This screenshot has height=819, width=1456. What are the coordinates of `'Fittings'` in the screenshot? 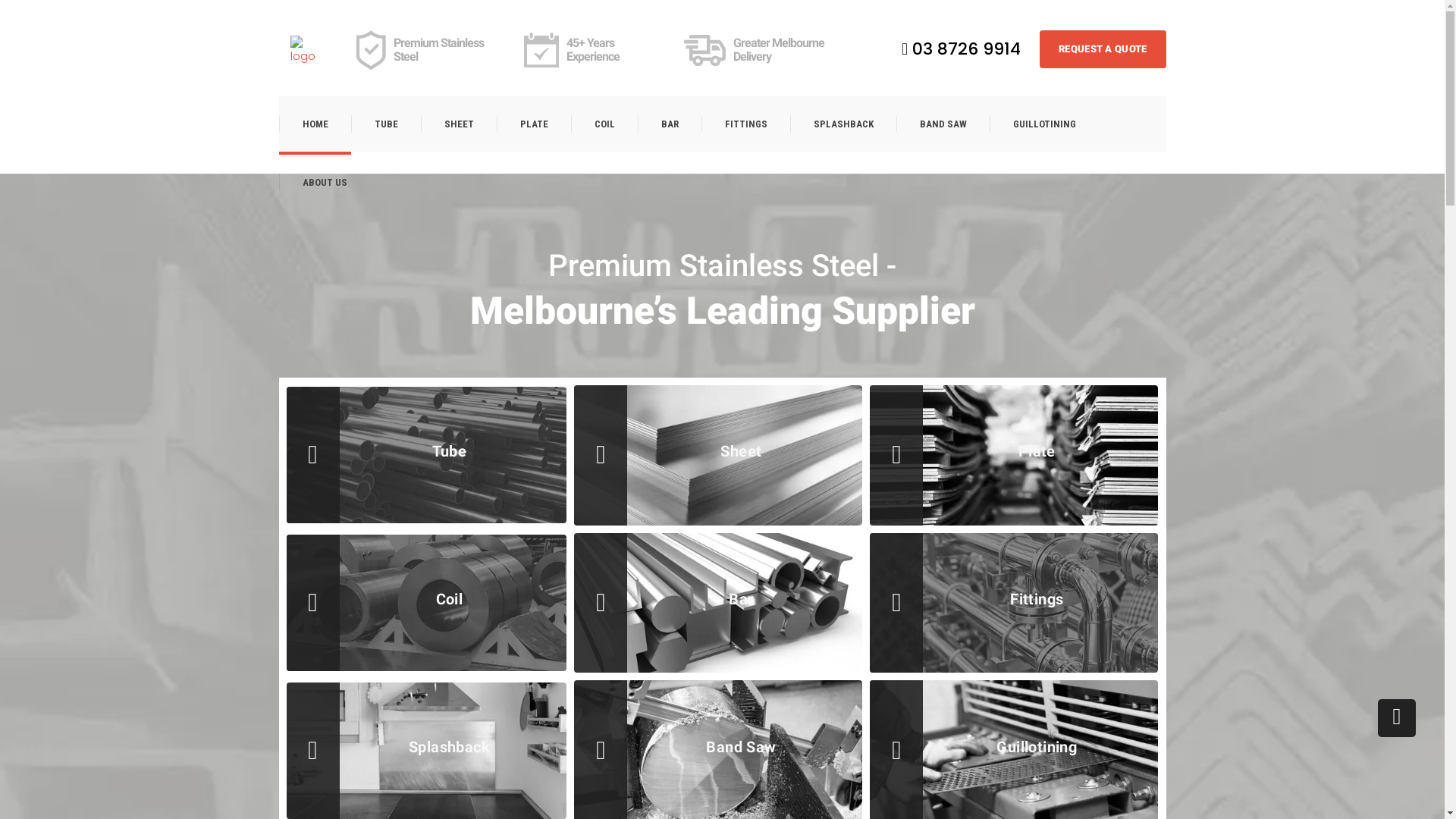 It's located at (1036, 598).